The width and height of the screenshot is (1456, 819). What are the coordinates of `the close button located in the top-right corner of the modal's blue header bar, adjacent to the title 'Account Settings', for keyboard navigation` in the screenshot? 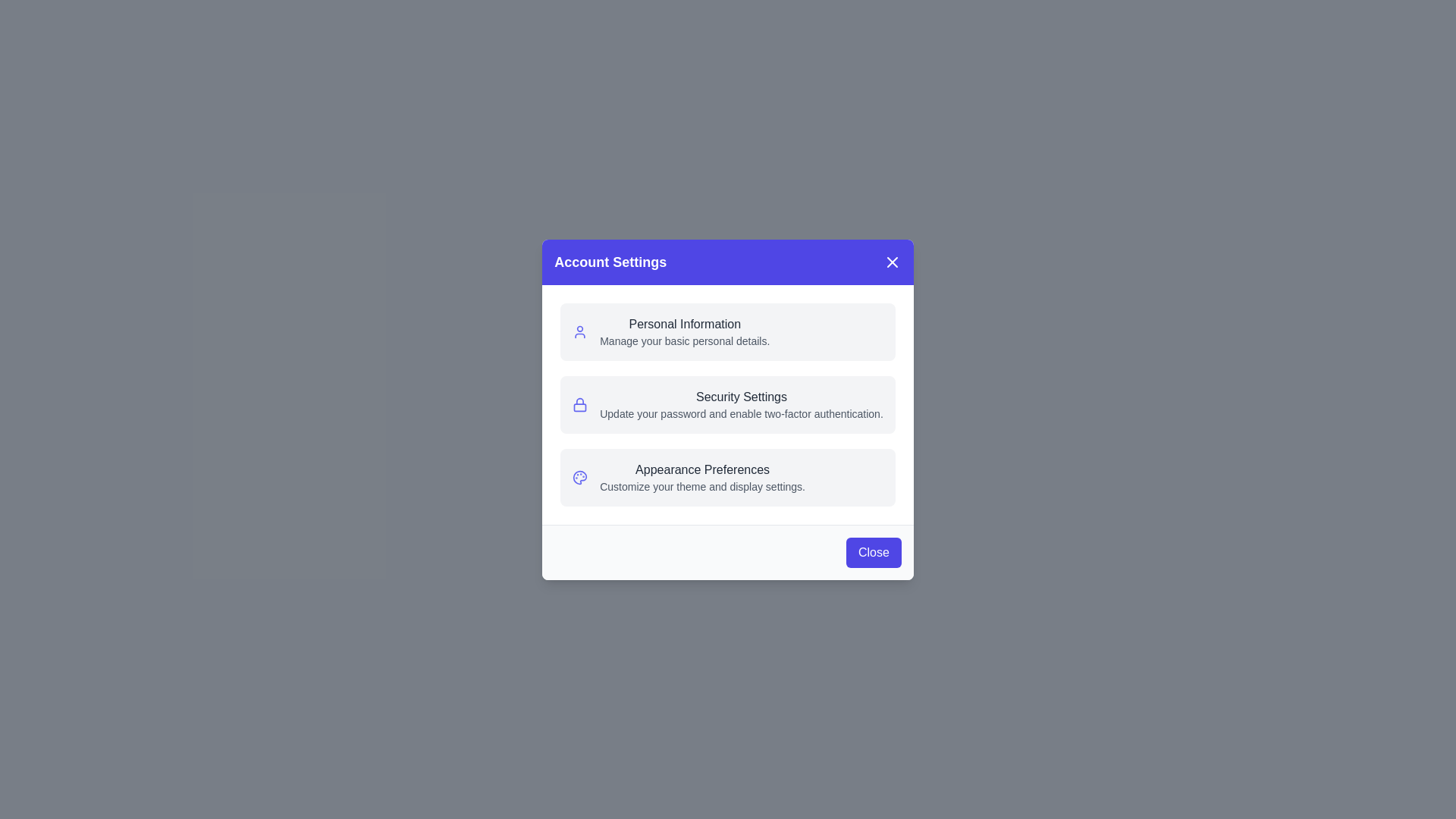 It's located at (892, 261).